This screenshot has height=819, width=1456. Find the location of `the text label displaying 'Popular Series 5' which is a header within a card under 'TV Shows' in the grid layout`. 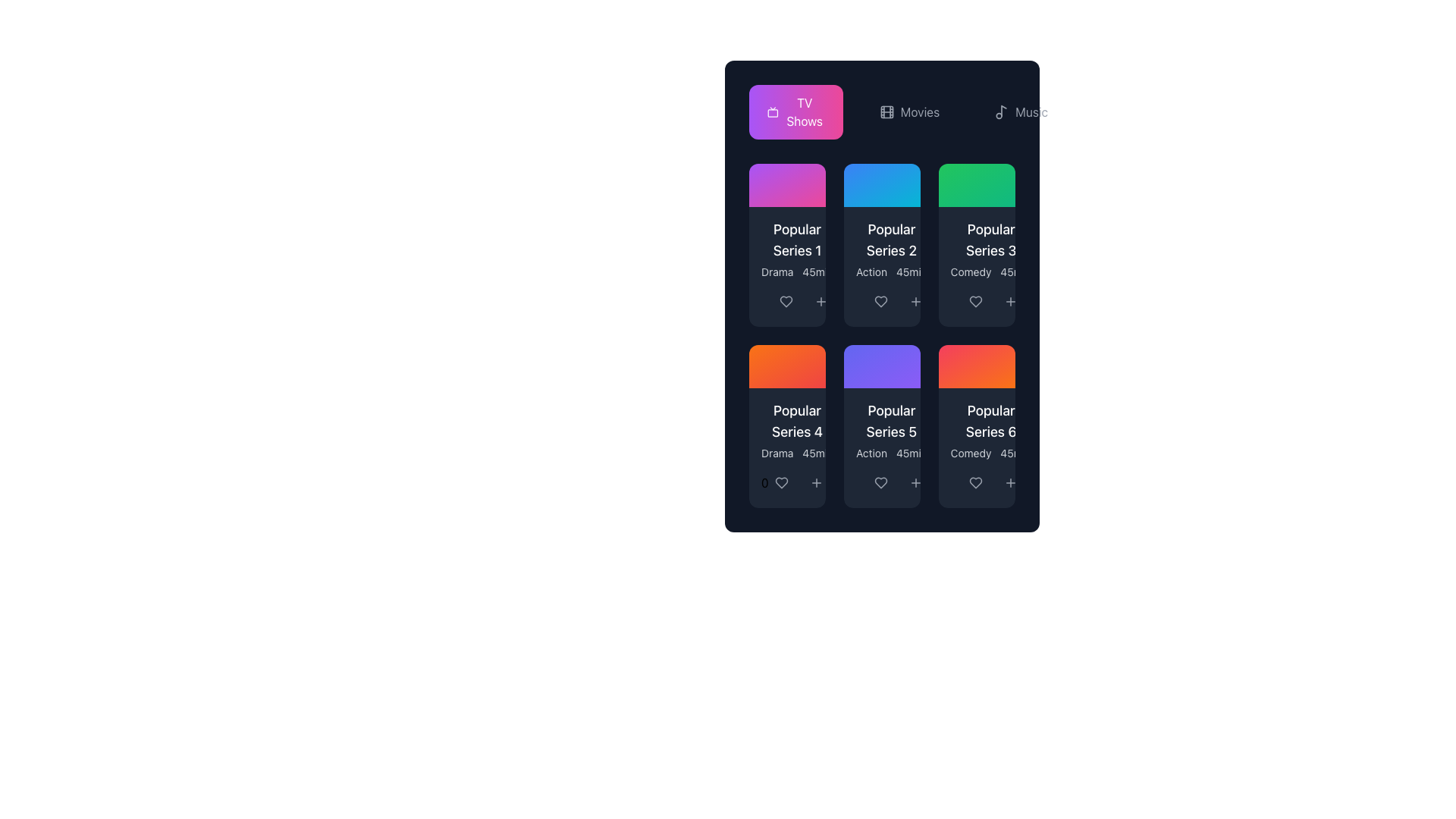

the text label displaying 'Popular Series 5' which is a header within a card under 'TV Shows' in the grid layout is located at coordinates (892, 421).